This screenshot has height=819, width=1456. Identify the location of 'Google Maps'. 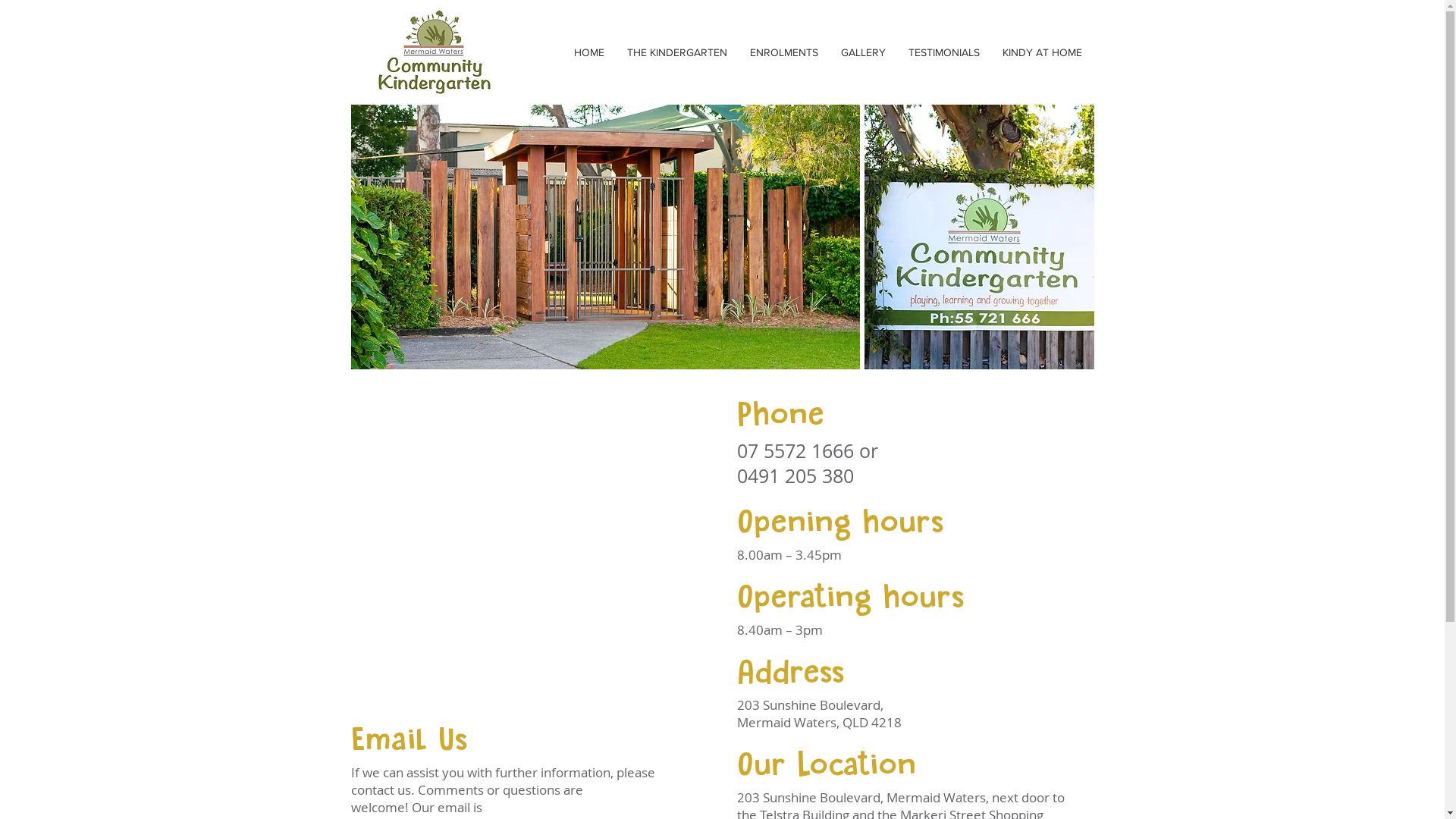
(351, 551).